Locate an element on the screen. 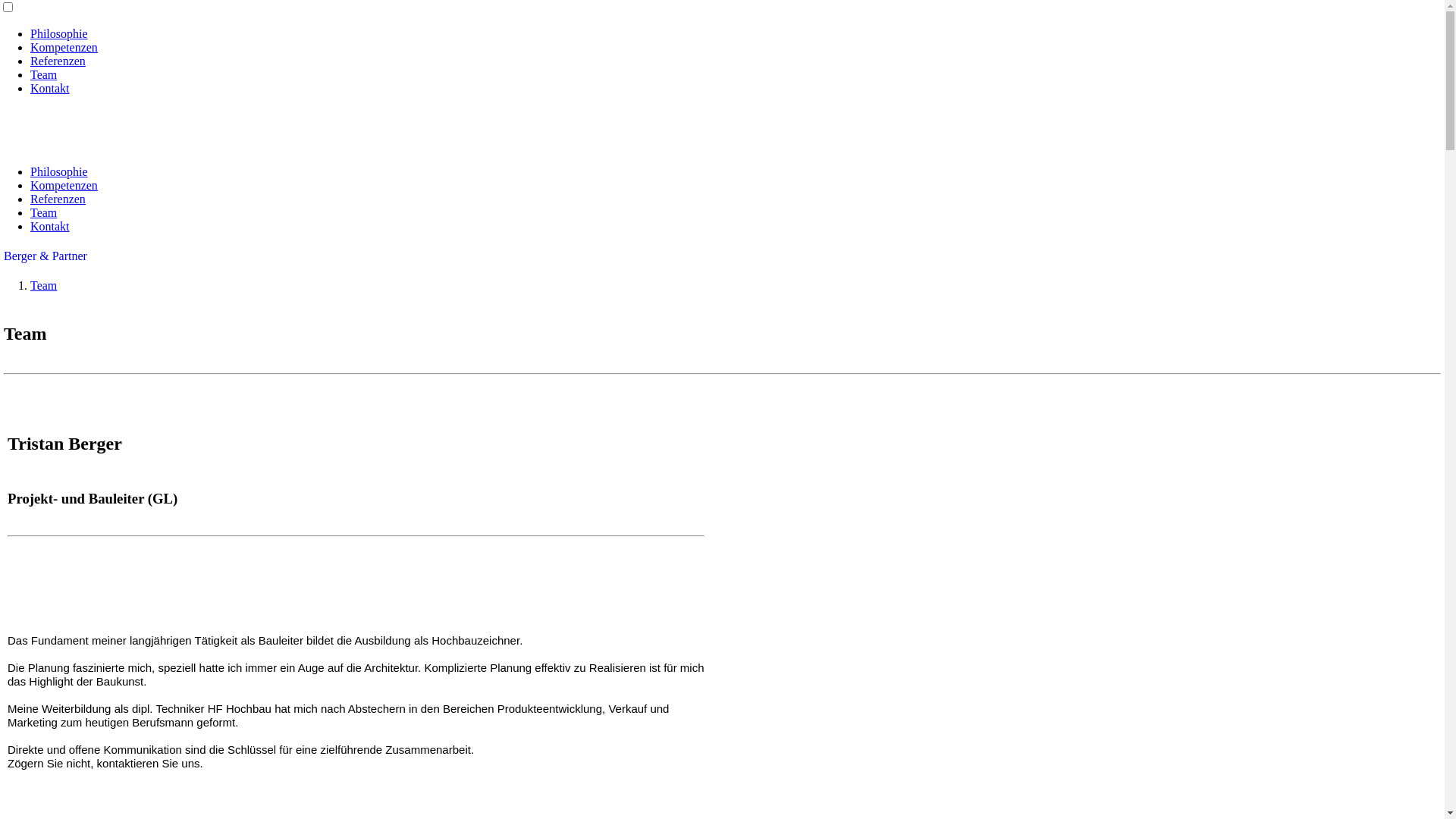  'Philosophie' is located at coordinates (58, 171).